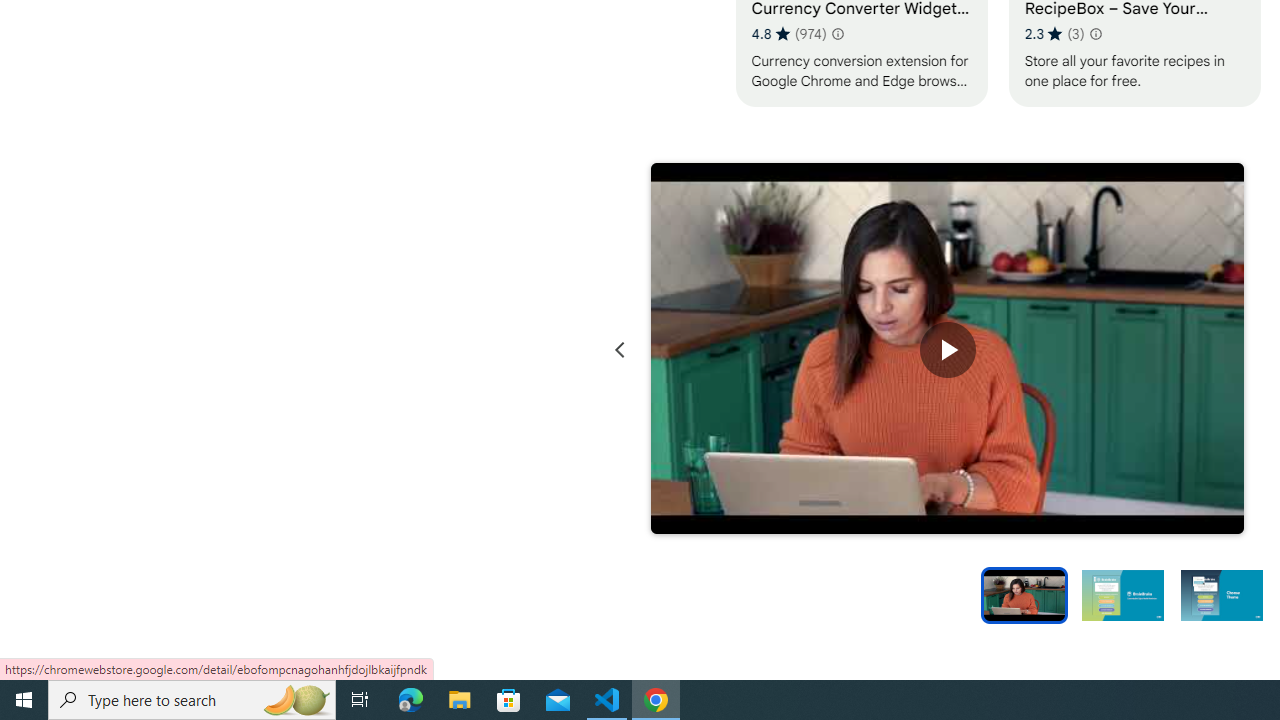  I want to click on 'Preview slide 2', so click(1122, 593).